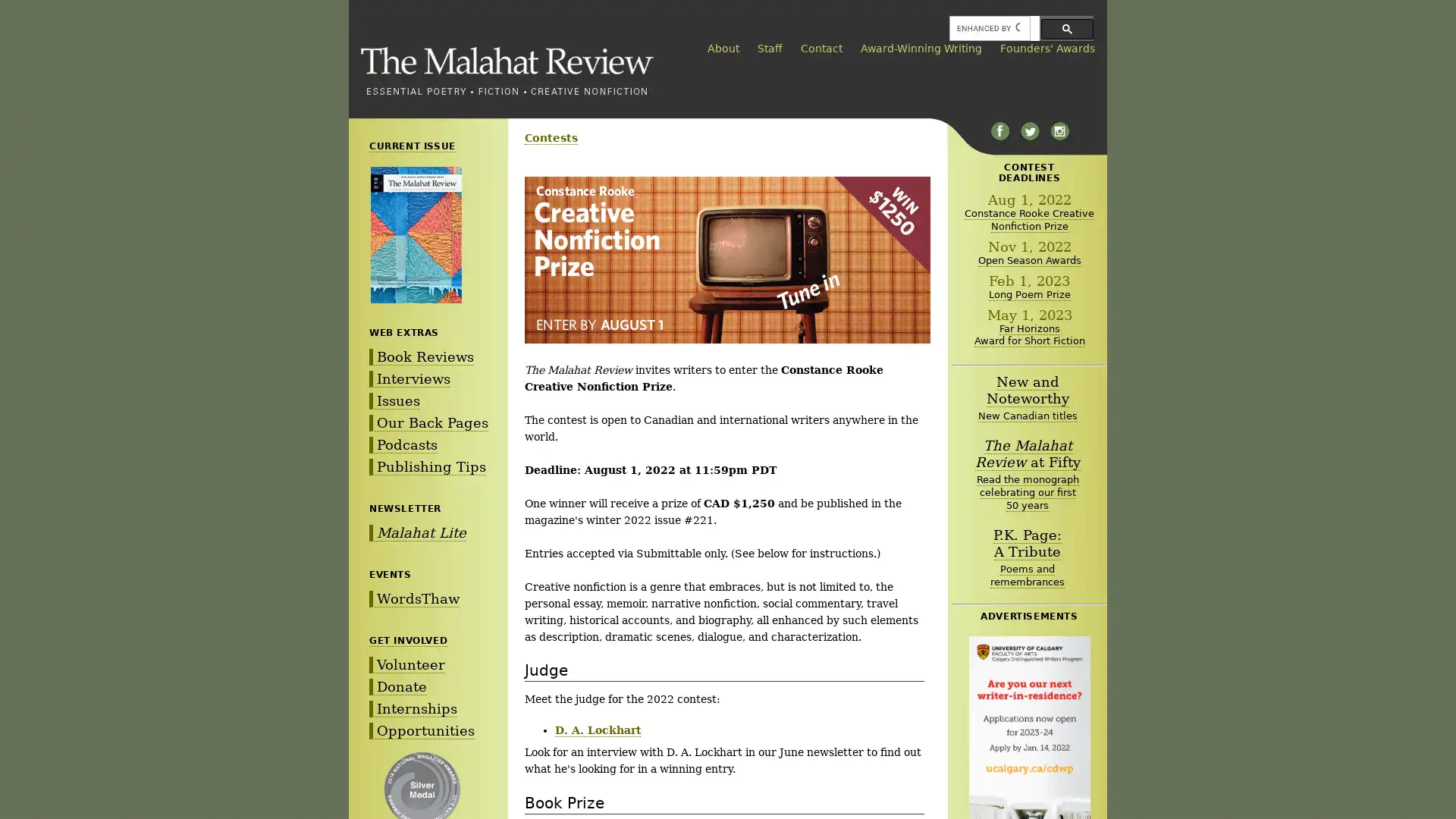 Image resolution: width=1456 pixels, height=819 pixels. I want to click on search, so click(1066, 28).